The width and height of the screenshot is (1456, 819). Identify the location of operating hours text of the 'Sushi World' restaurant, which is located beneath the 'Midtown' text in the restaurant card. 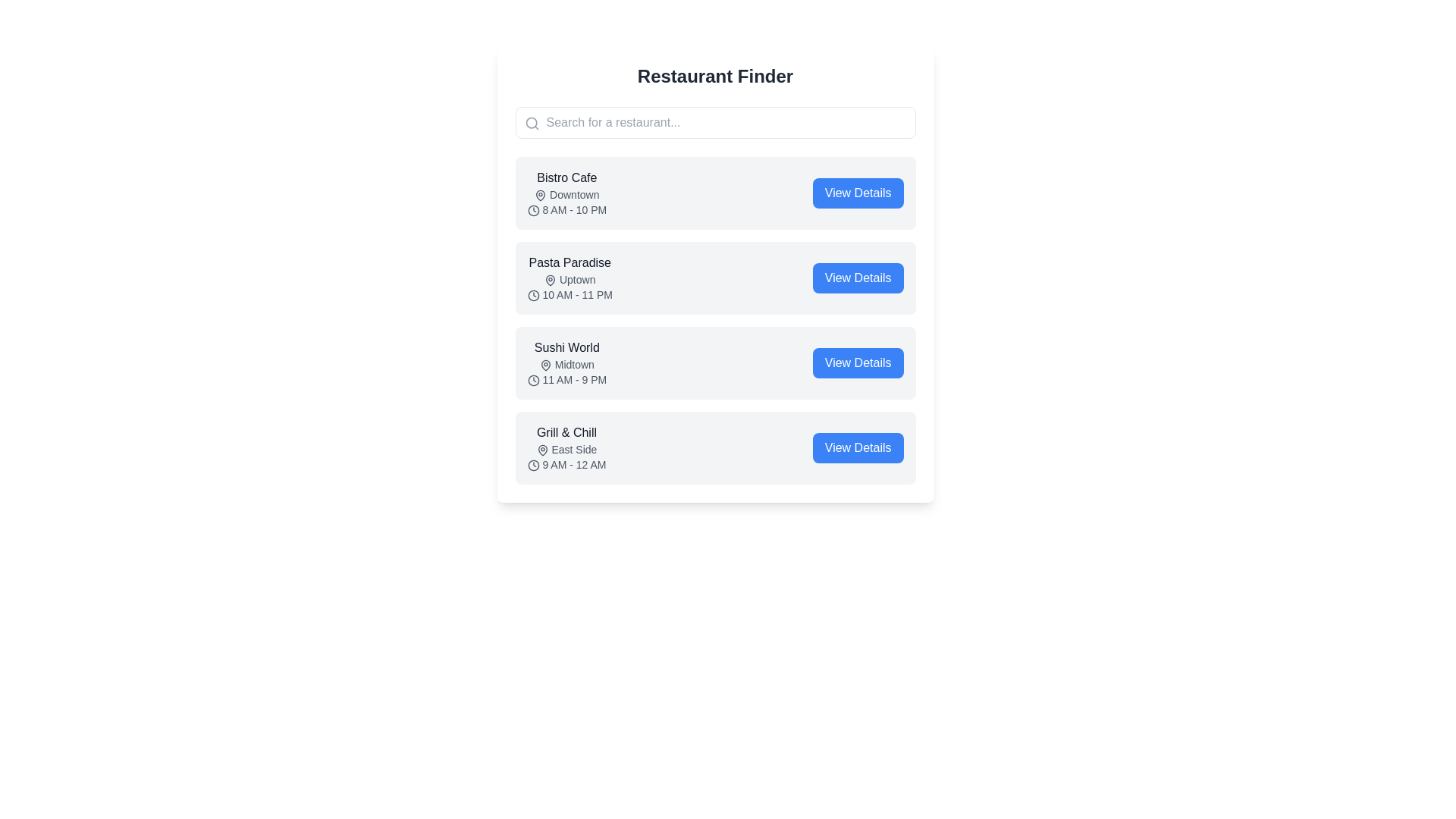
(566, 379).